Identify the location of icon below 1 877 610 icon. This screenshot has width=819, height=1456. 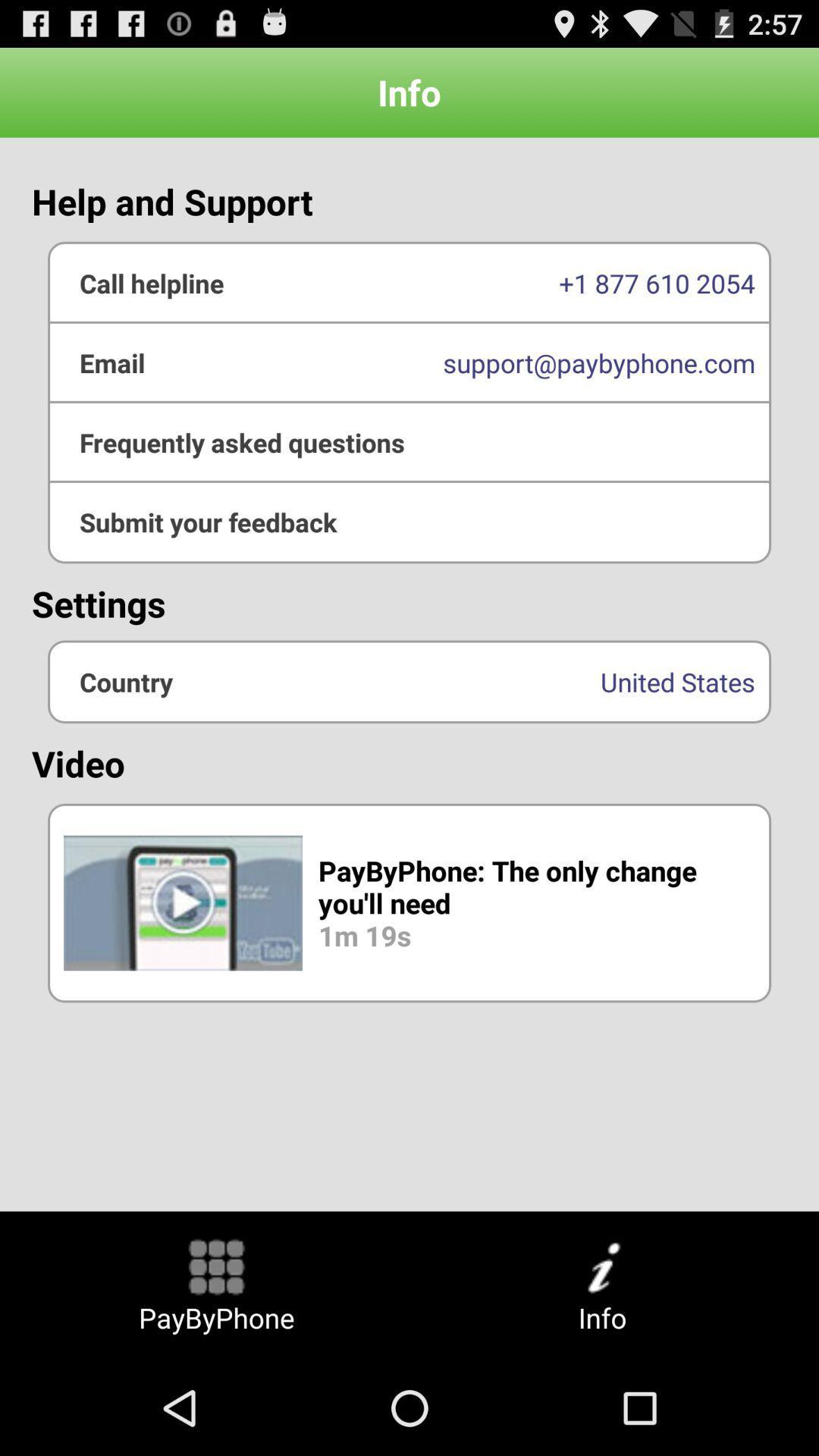
(409, 441).